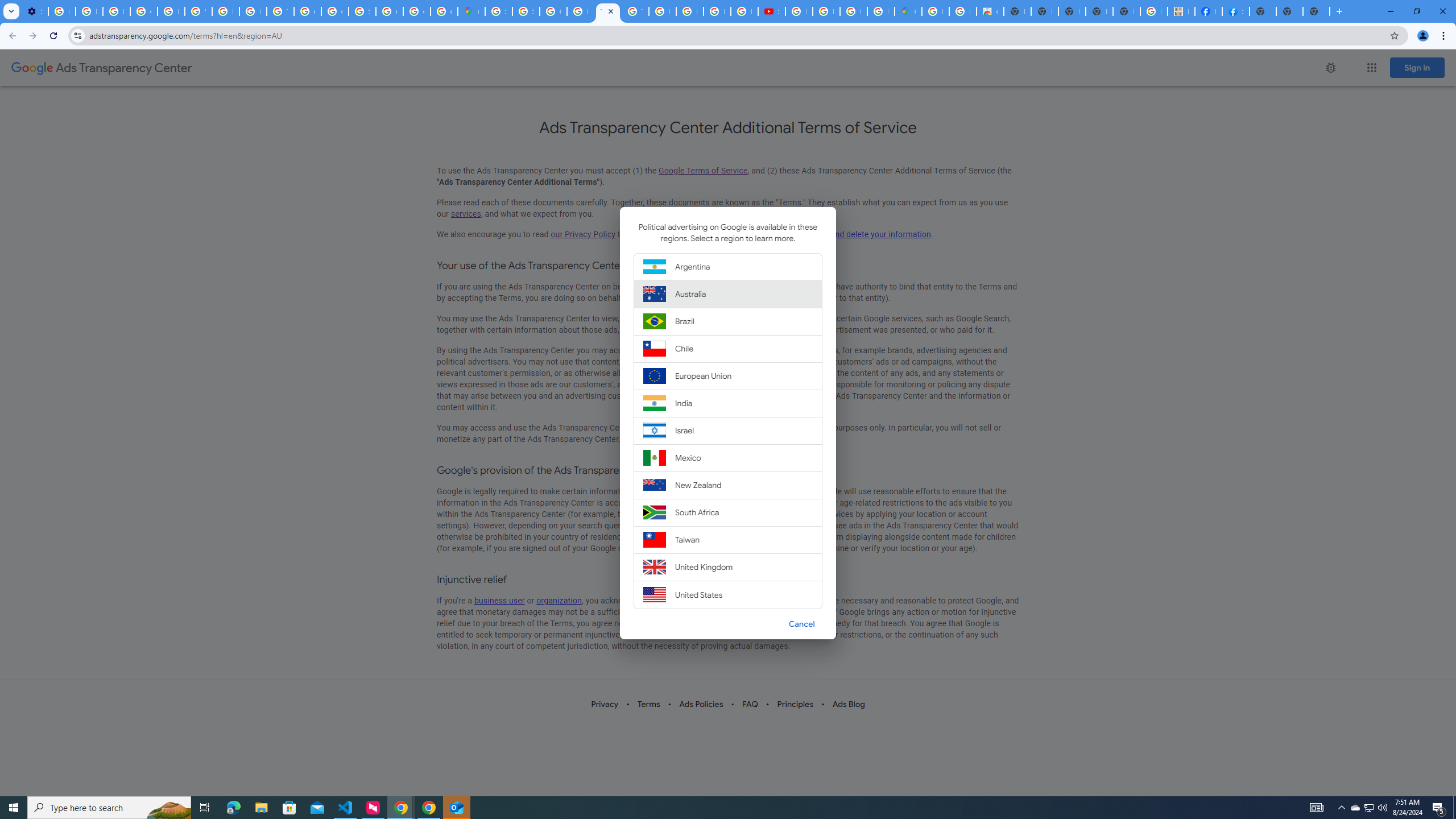 The width and height of the screenshot is (1456, 819). What do you see at coordinates (1235, 11) in the screenshot?
I see `'Sign Up for Facebook'` at bounding box center [1235, 11].